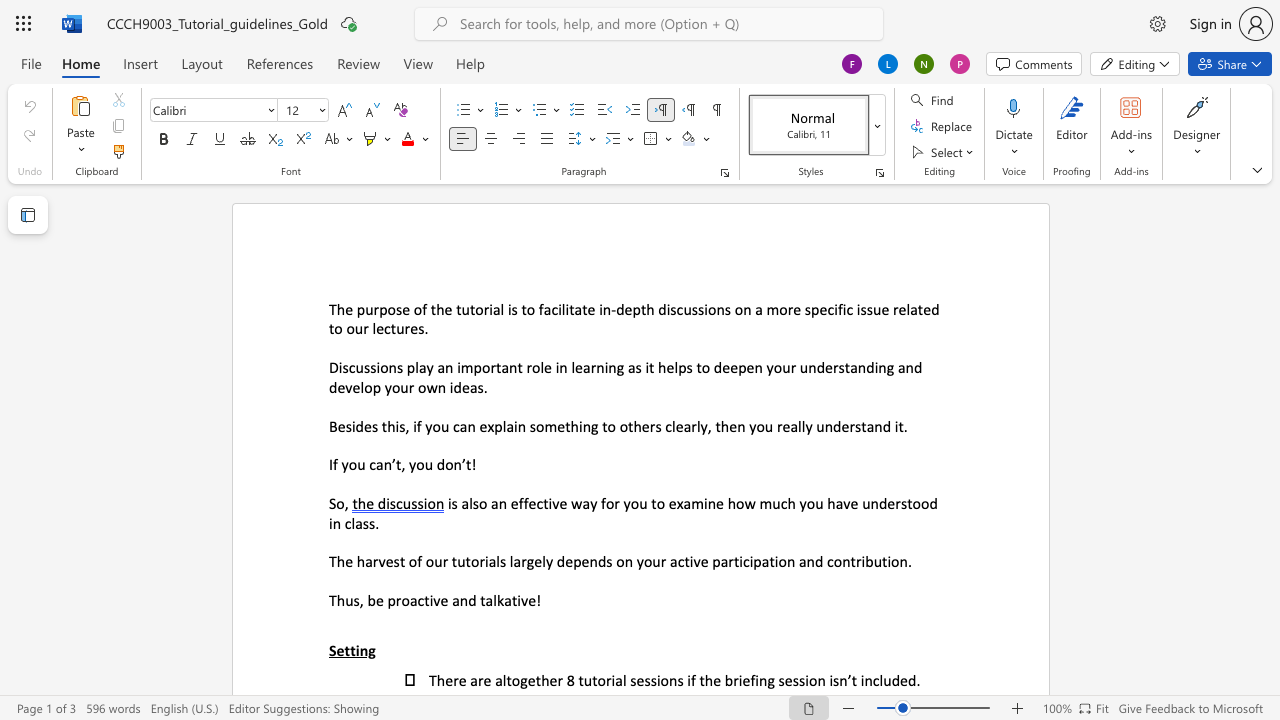  Describe the element at coordinates (843, 502) in the screenshot. I see `the space between the continuous character "a" and "v" in the text` at that location.